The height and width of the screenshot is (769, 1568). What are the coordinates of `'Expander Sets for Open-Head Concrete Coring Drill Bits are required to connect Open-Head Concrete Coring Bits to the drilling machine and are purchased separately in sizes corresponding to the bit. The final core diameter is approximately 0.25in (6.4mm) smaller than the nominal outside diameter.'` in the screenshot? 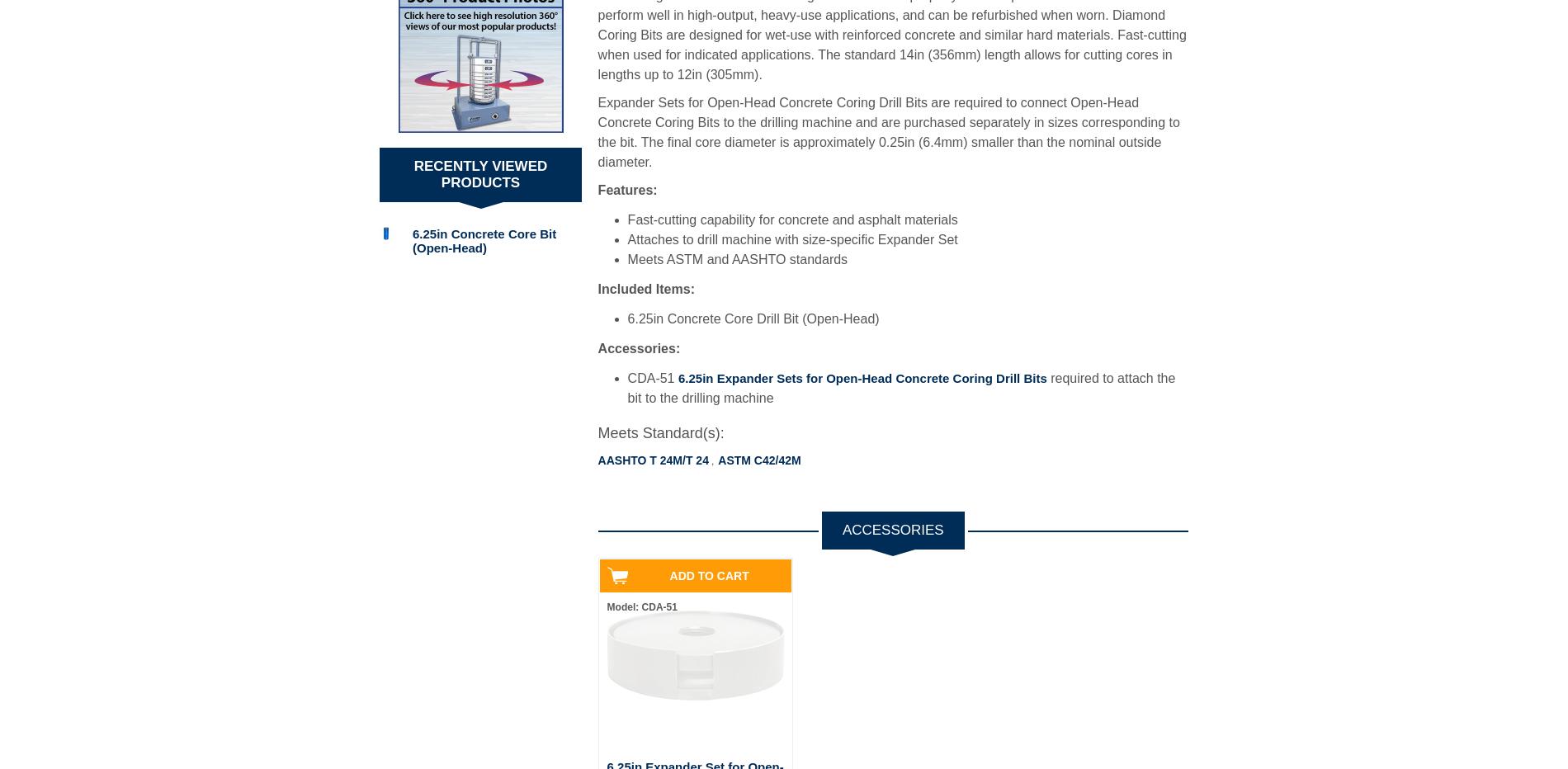 It's located at (888, 131).